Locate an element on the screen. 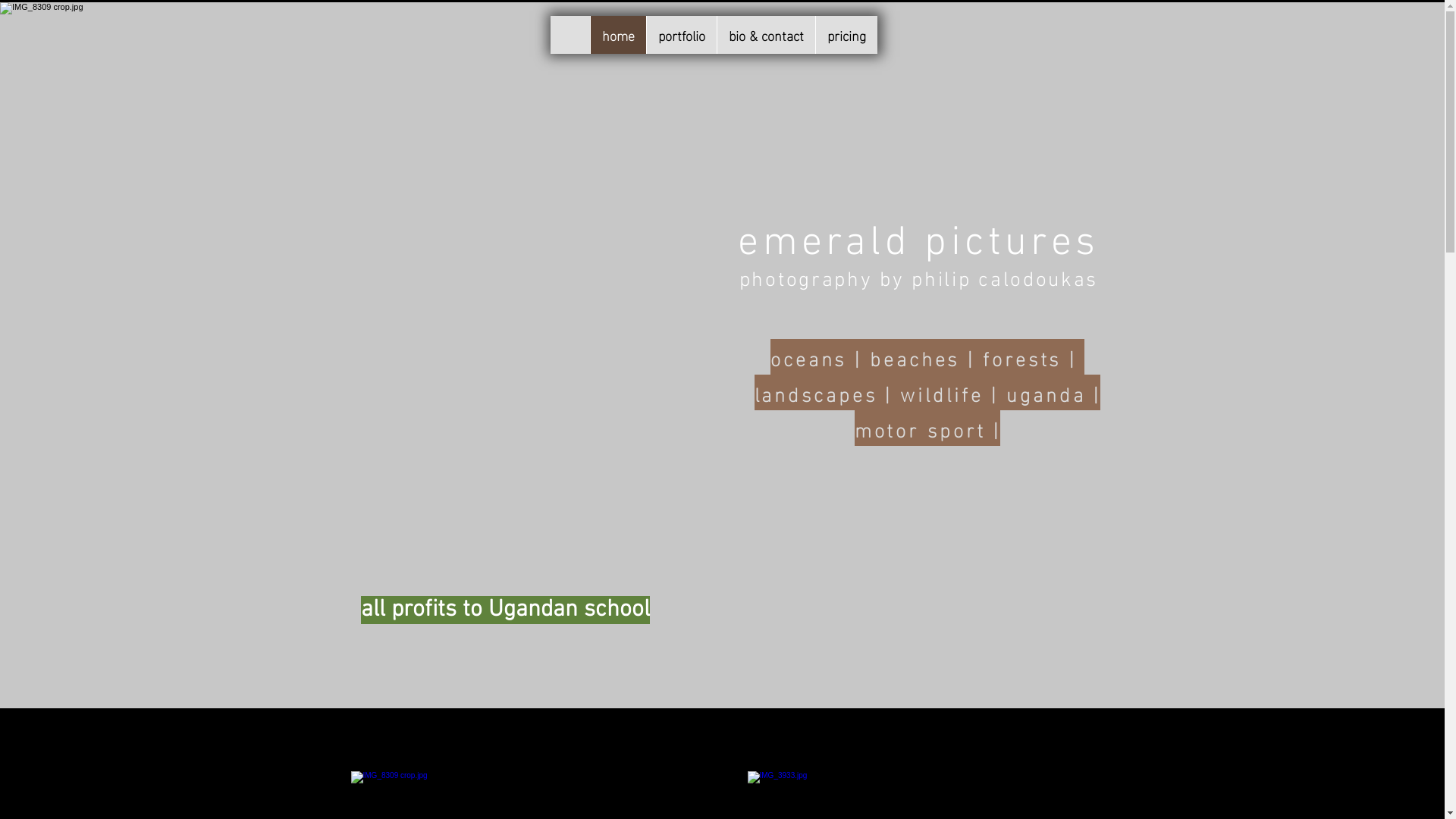 The width and height of the screenshot is (1456, 819). 'bio & contact' is located at coordinates (764, 34).